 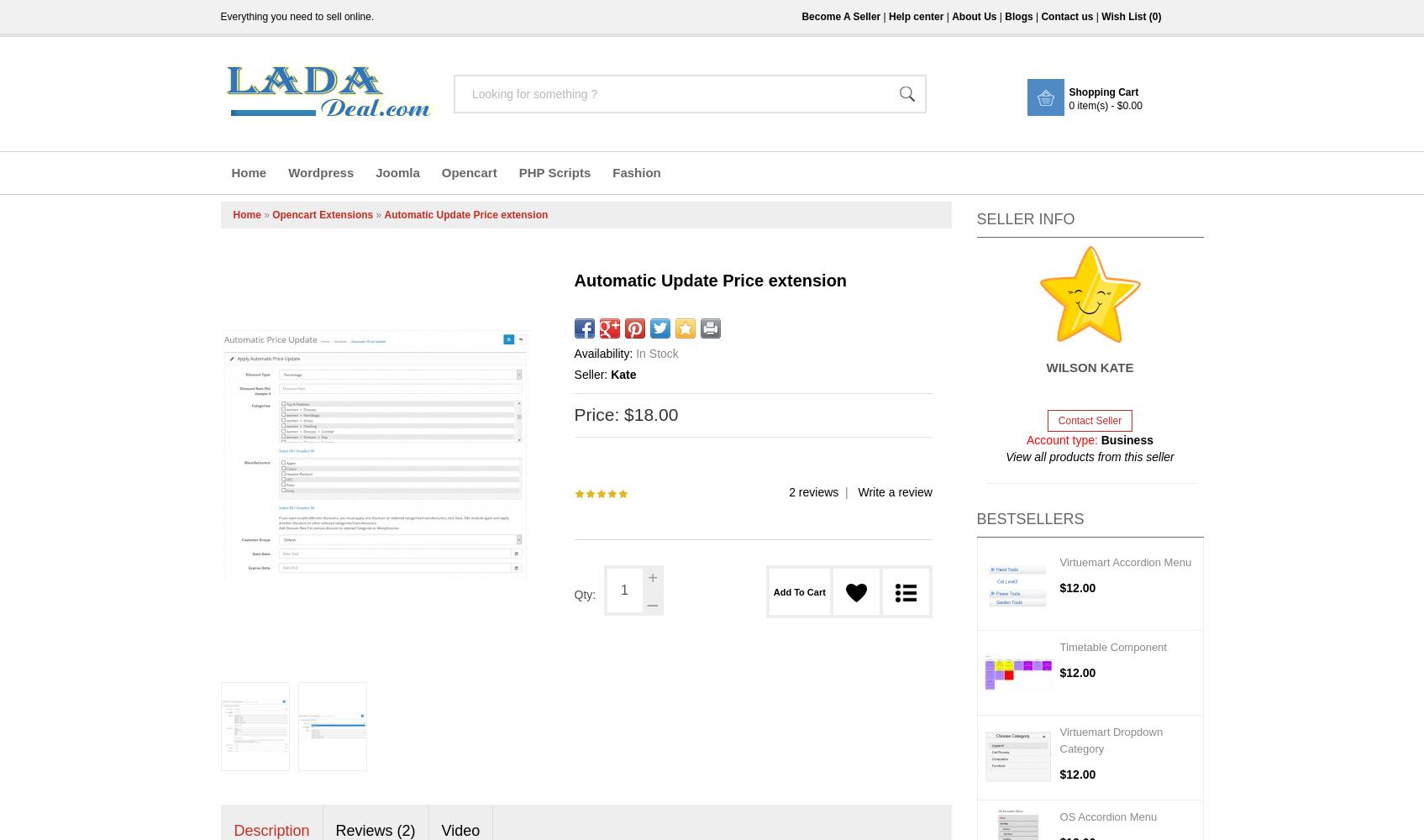 What do you see at coordinates (232, 215) in the screenshot?
I see `'Home'` at bounding box center [232, 215].